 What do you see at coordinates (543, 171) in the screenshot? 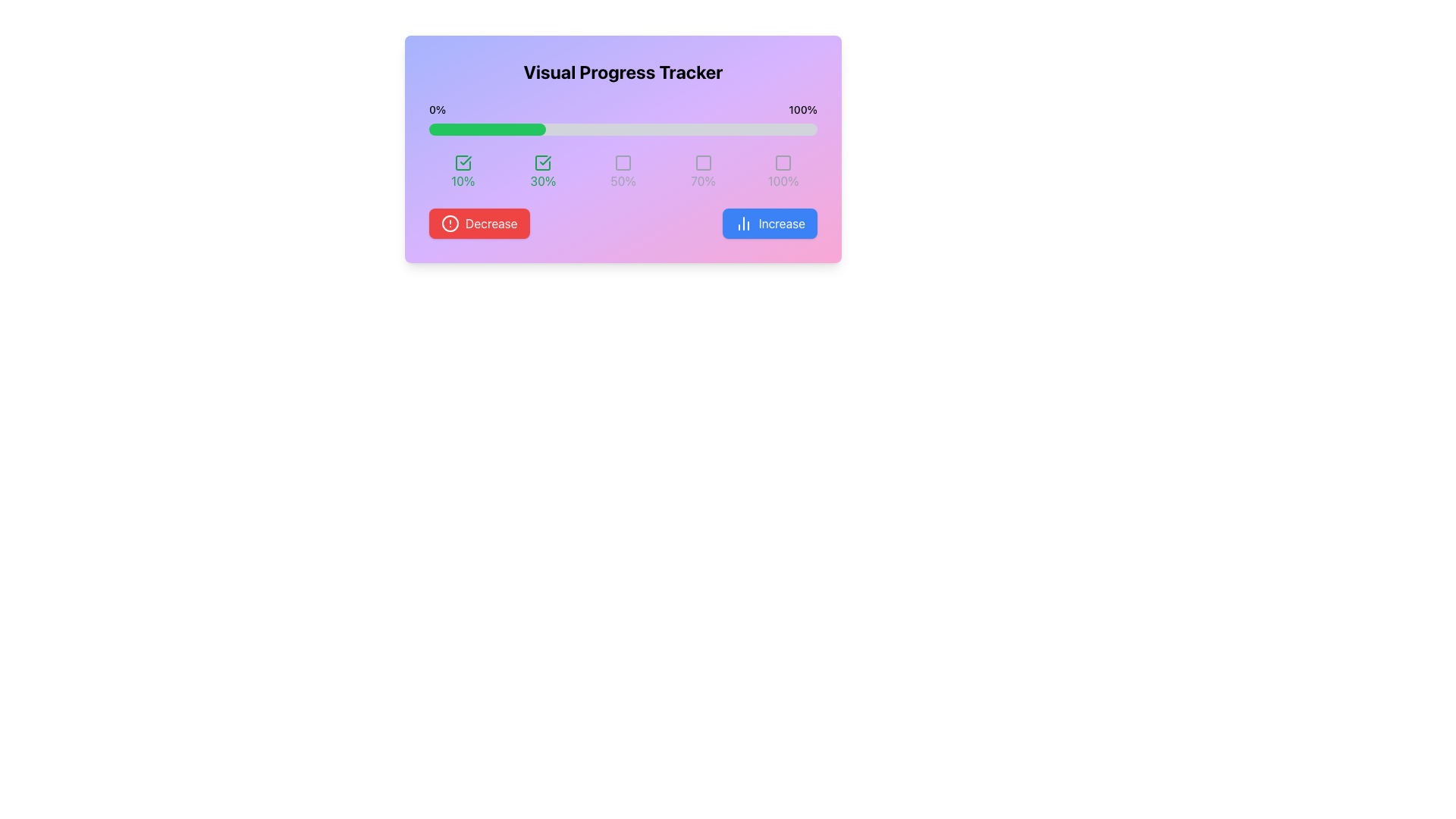
I see `the checkbox of the green progress indicator showing '30%' to interact with it` at bounding box center [543, 171].